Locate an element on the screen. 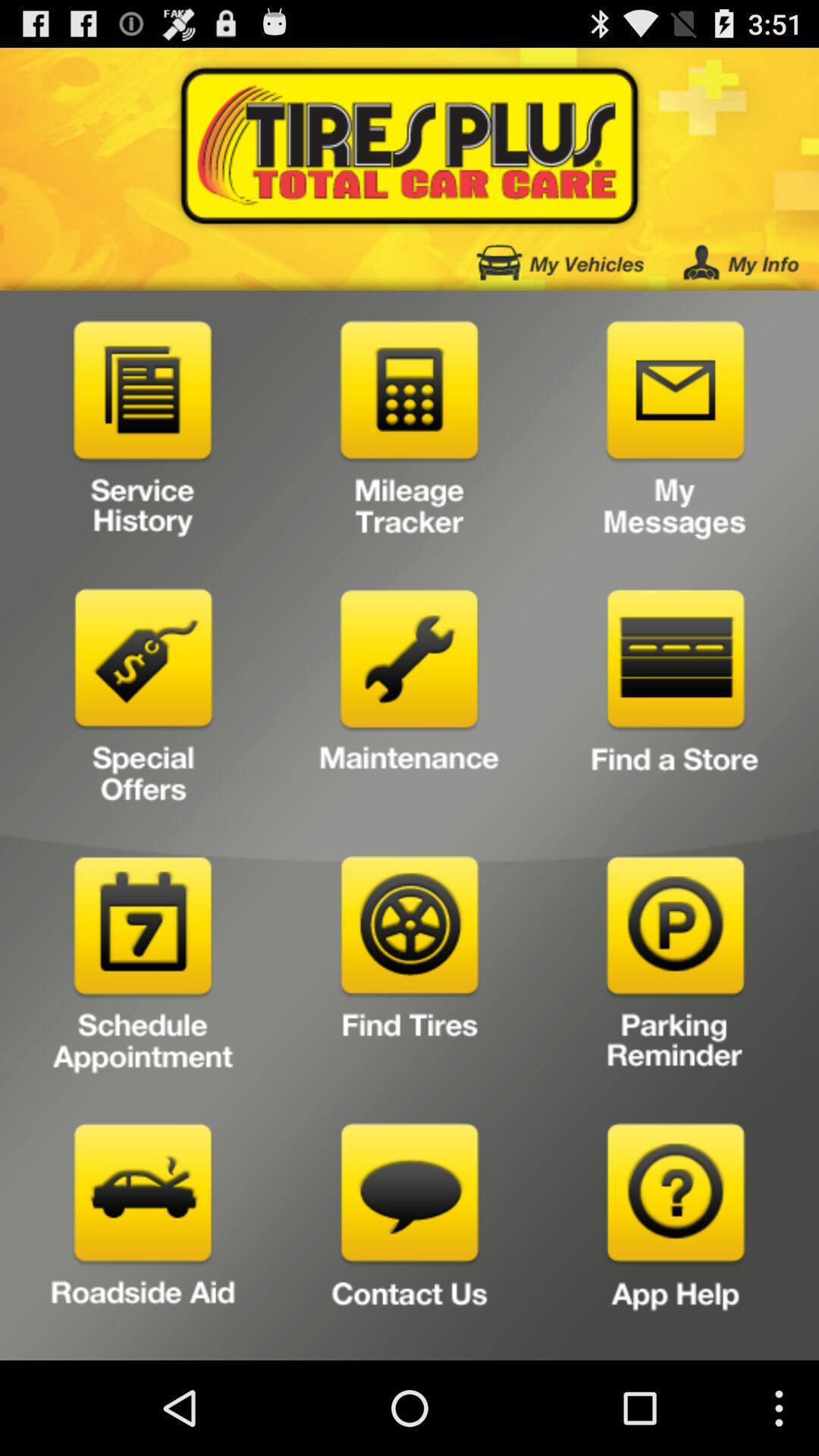  see special offers is located at coordinates (143, 701).